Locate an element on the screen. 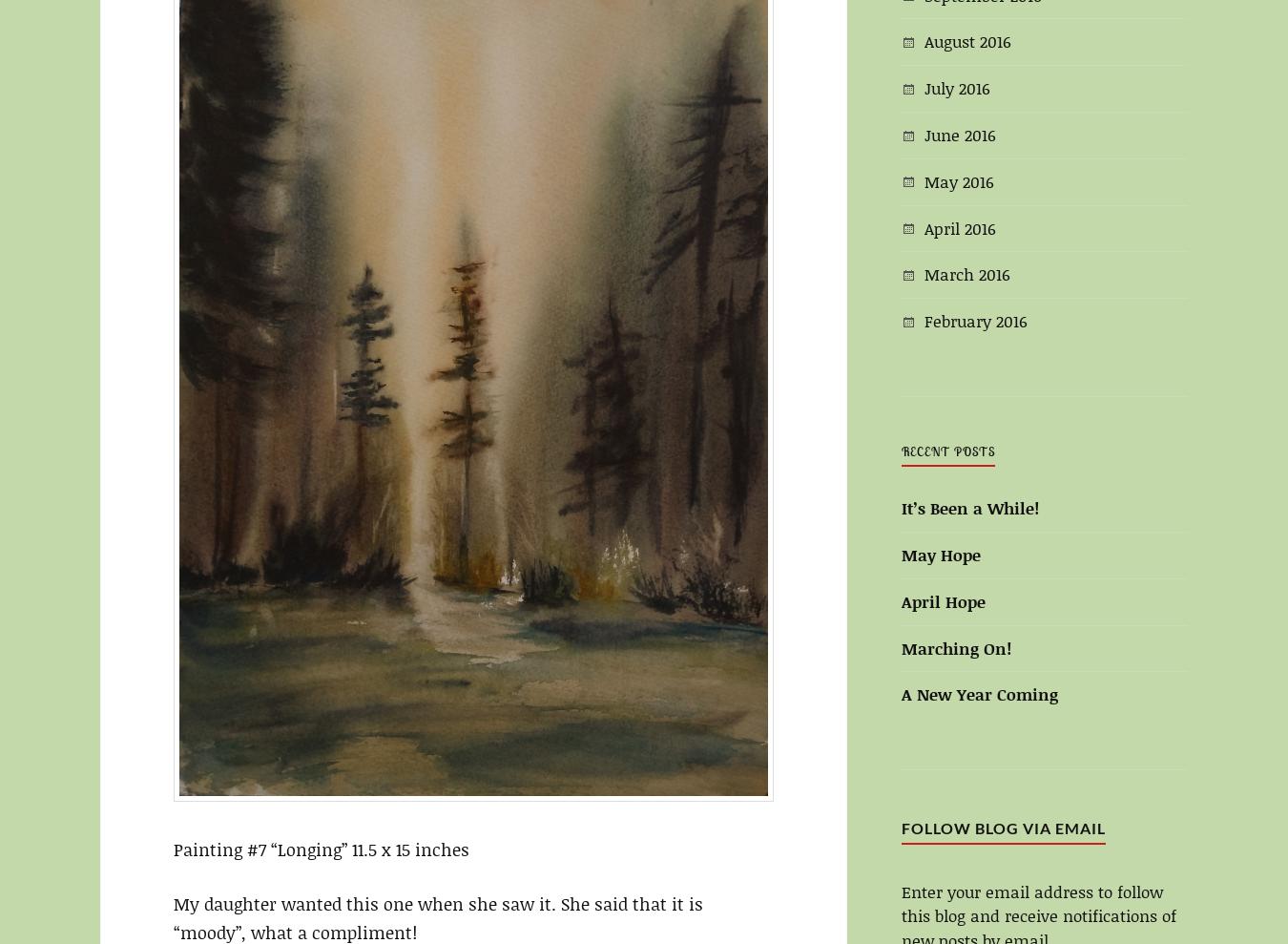 The width and height of the screenshot is (1288, 944). 'March 2016' is located at coordinates (966, 274).